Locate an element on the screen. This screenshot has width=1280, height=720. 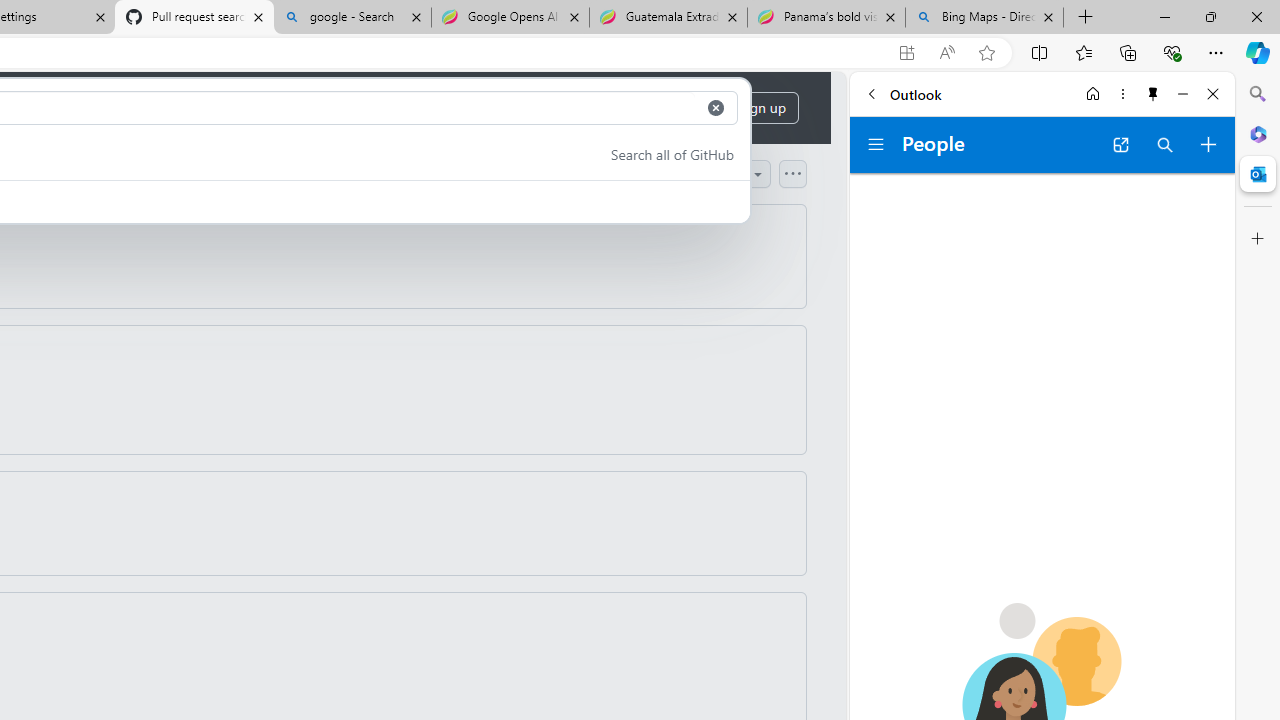
'Google Opens AI Academy for Startups - Nearshore Americas' is located at coordinates (510, 17).